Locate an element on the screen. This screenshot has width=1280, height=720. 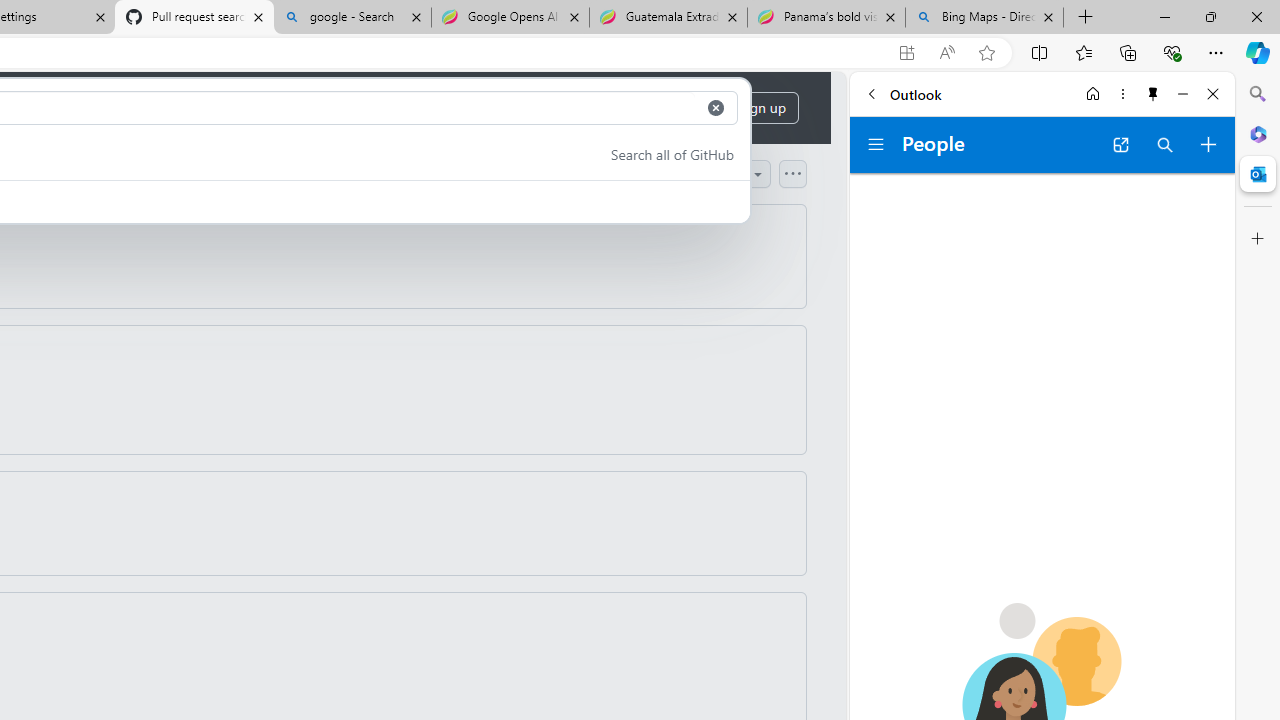
'Google Opens AI Academy for Startups - Nearshore Americas' is located at coordinates (510, 17).